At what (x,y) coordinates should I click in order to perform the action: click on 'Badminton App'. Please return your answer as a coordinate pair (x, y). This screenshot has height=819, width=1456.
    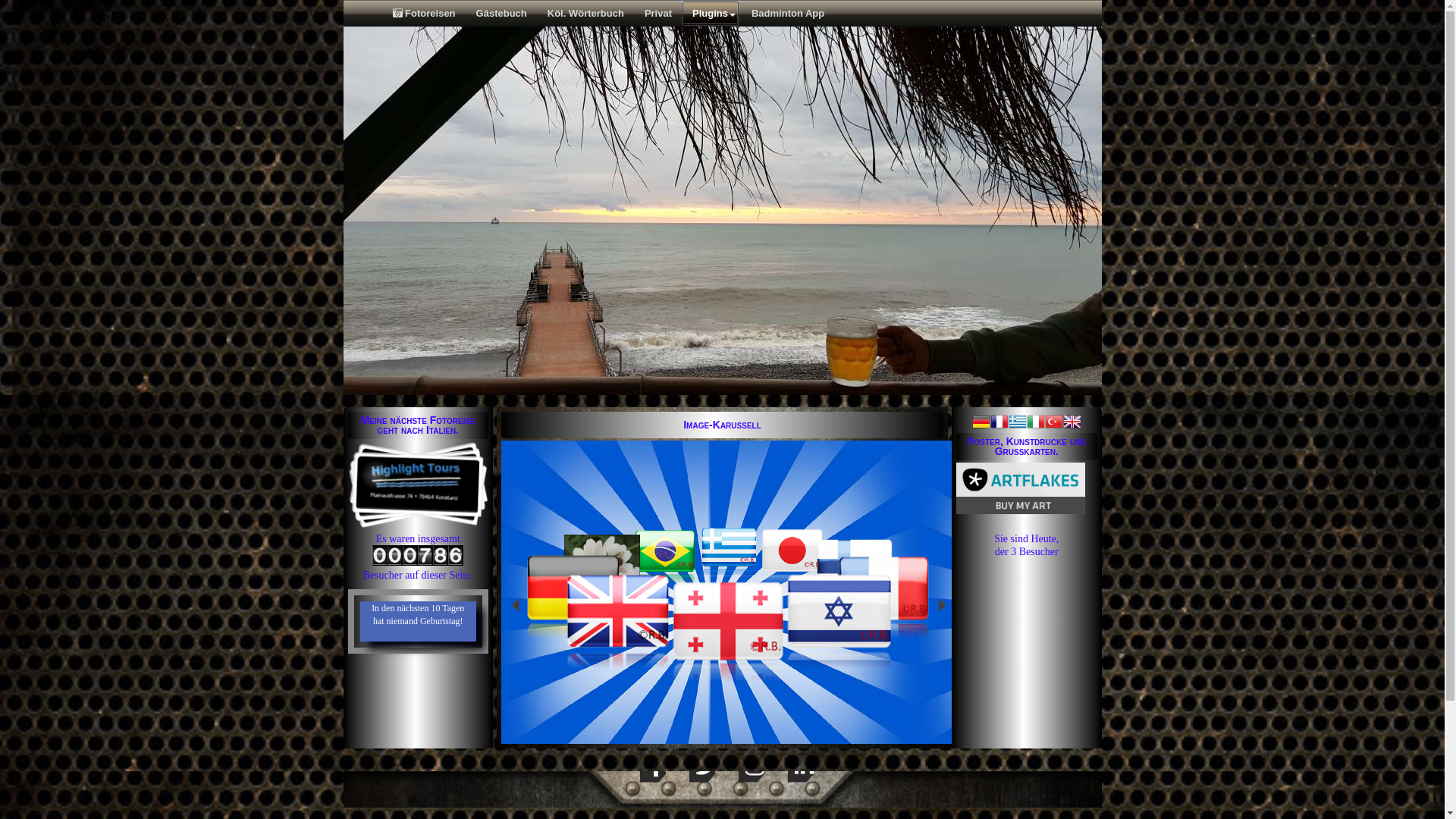
    Looking at the image, I should click on (739, 13).